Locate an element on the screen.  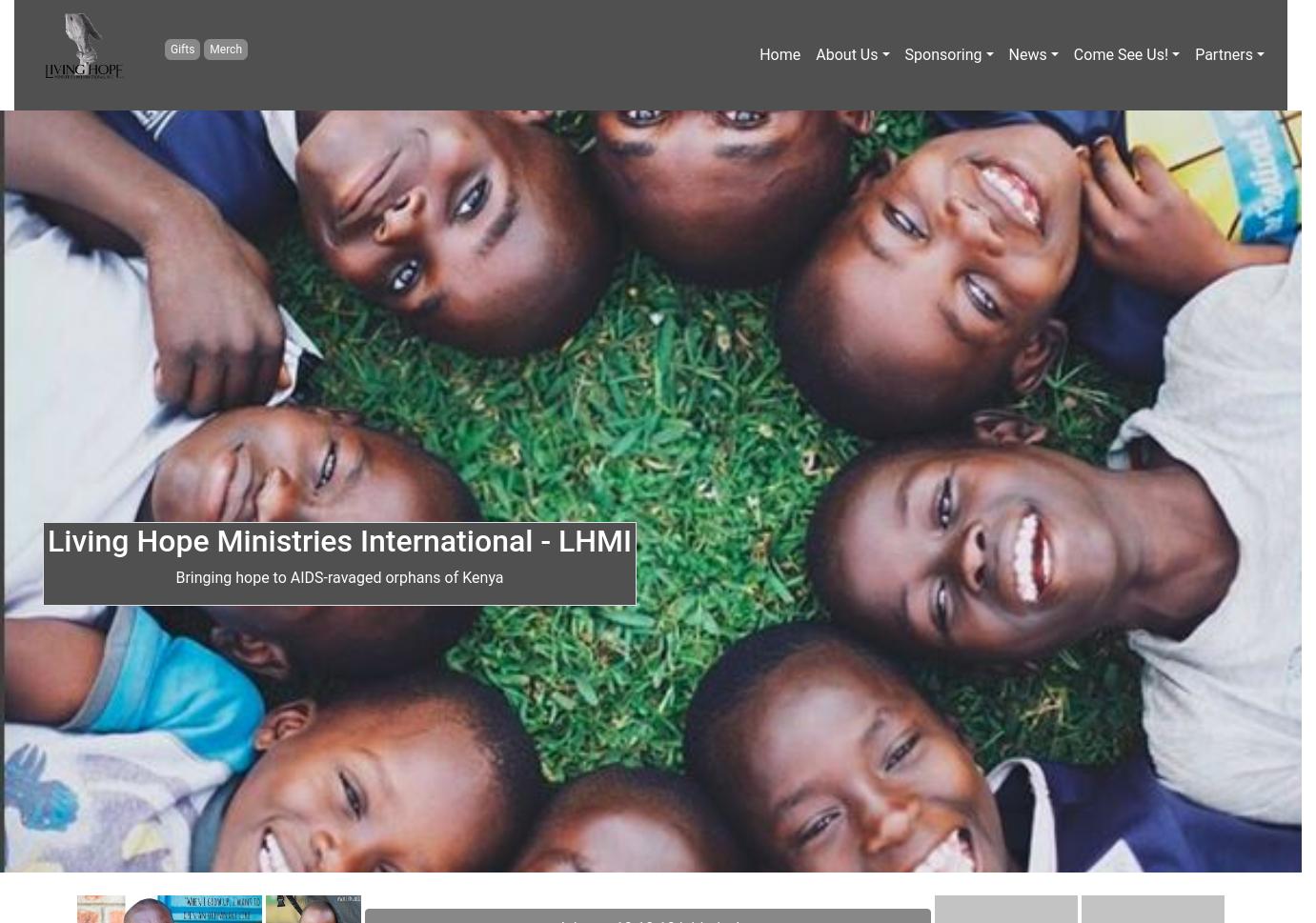
'Partners' is located at coordinates (1223, 53).